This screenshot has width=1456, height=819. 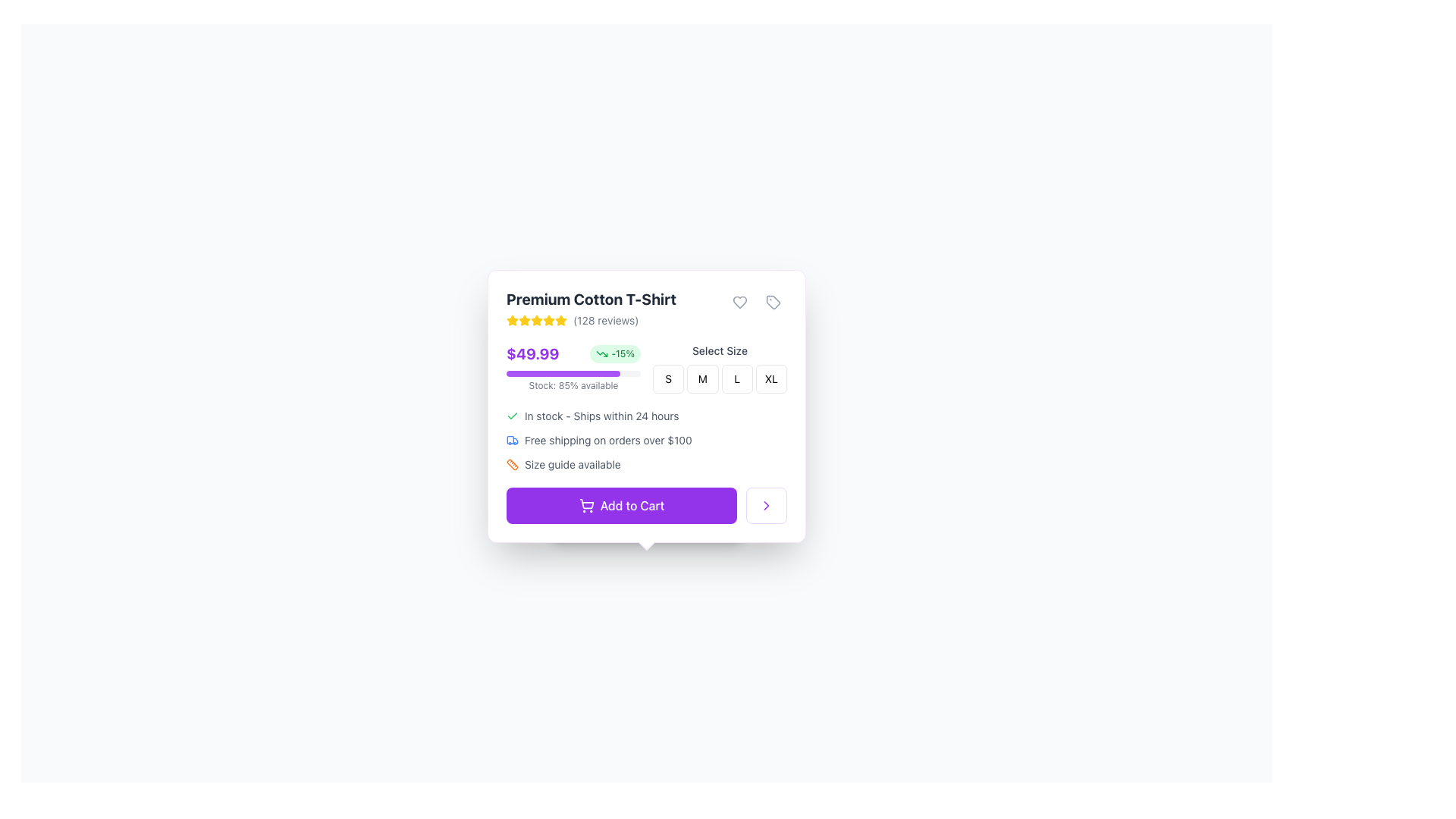 I want to click on one of the size buttons (S, M, L, XL) in the grouped selectable button set located in the right half of the product card interface, below the price and stock information, so click(x=719, y=369).